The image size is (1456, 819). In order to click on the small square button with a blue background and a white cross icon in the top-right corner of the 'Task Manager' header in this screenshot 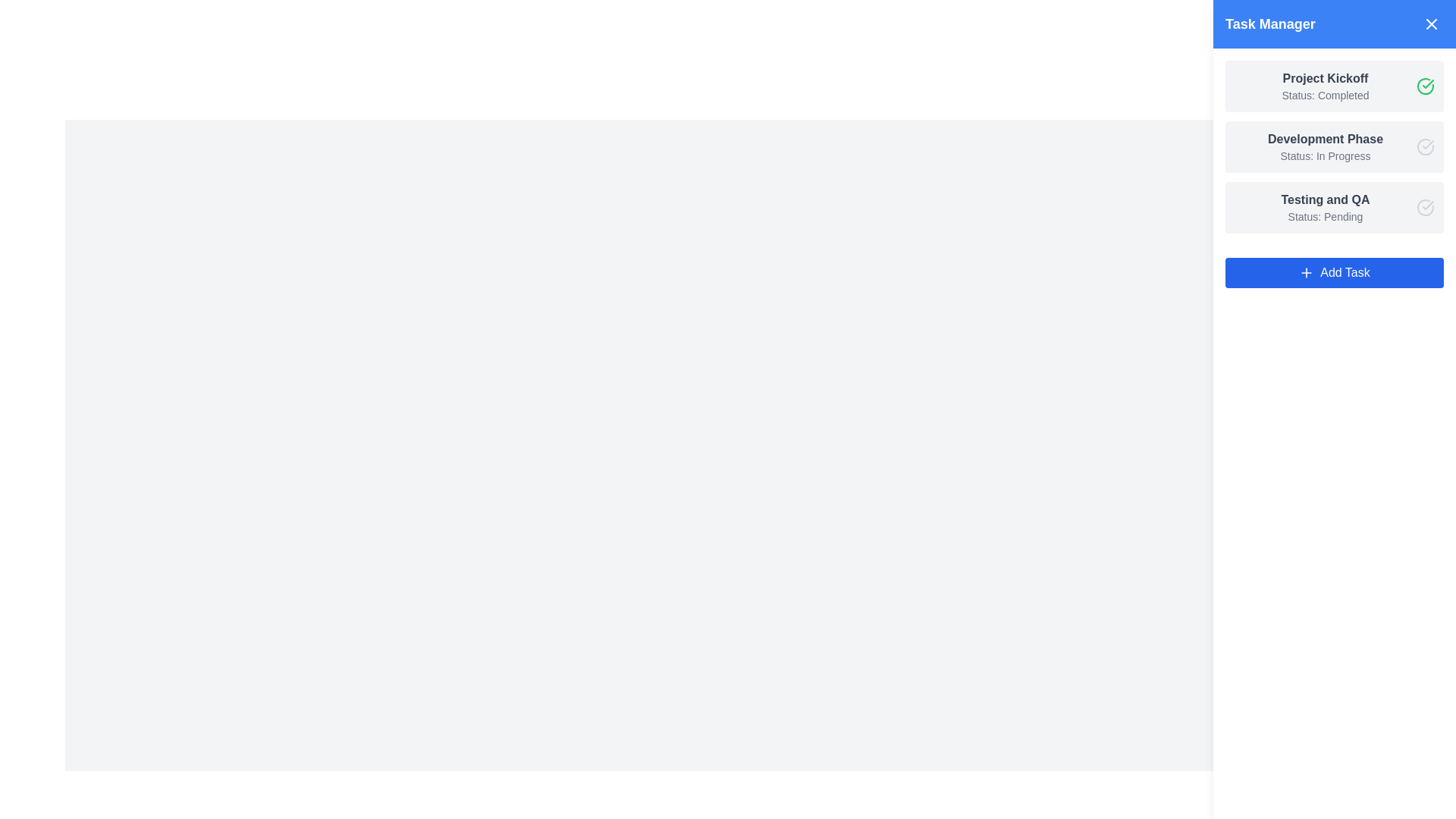, I will do `click(1430, 24)`.